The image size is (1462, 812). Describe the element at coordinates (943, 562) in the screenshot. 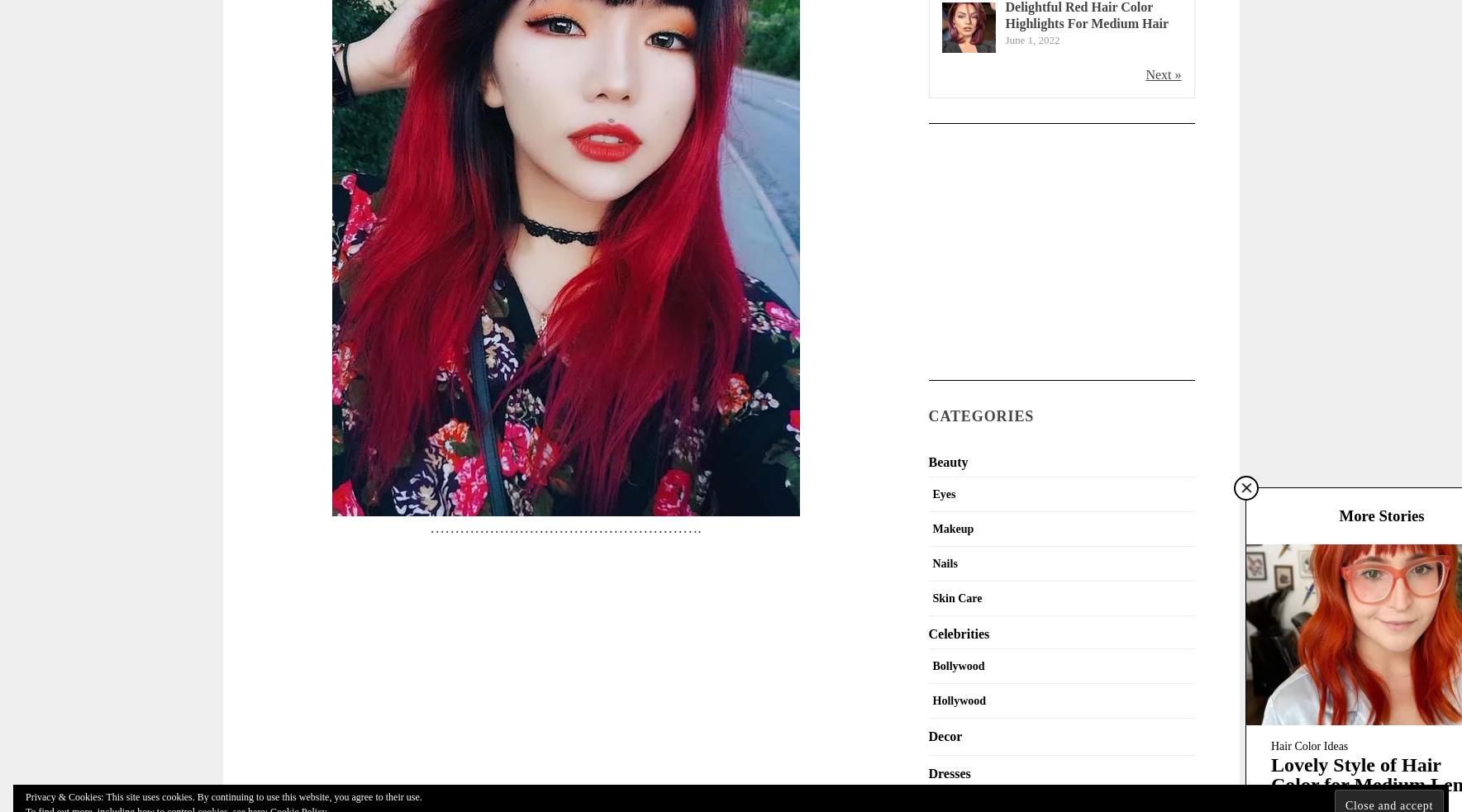

I see `'Nails'` at that location.